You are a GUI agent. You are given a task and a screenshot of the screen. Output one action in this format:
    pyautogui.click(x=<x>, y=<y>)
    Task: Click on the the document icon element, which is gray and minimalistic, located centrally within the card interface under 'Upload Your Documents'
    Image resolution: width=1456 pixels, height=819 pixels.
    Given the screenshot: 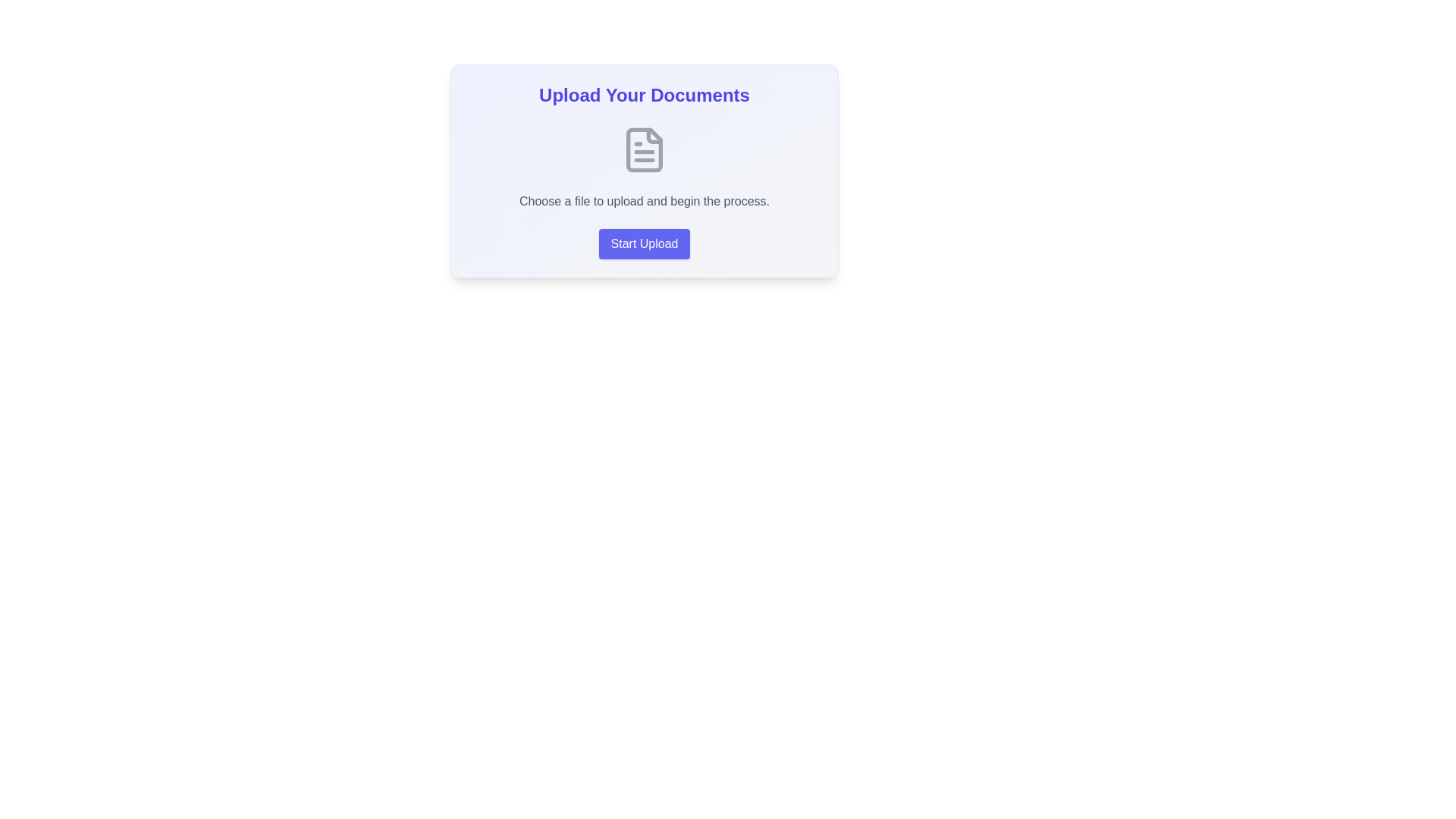 What is the action you would take?
    pyautogui.click(x=644, y=149)
    